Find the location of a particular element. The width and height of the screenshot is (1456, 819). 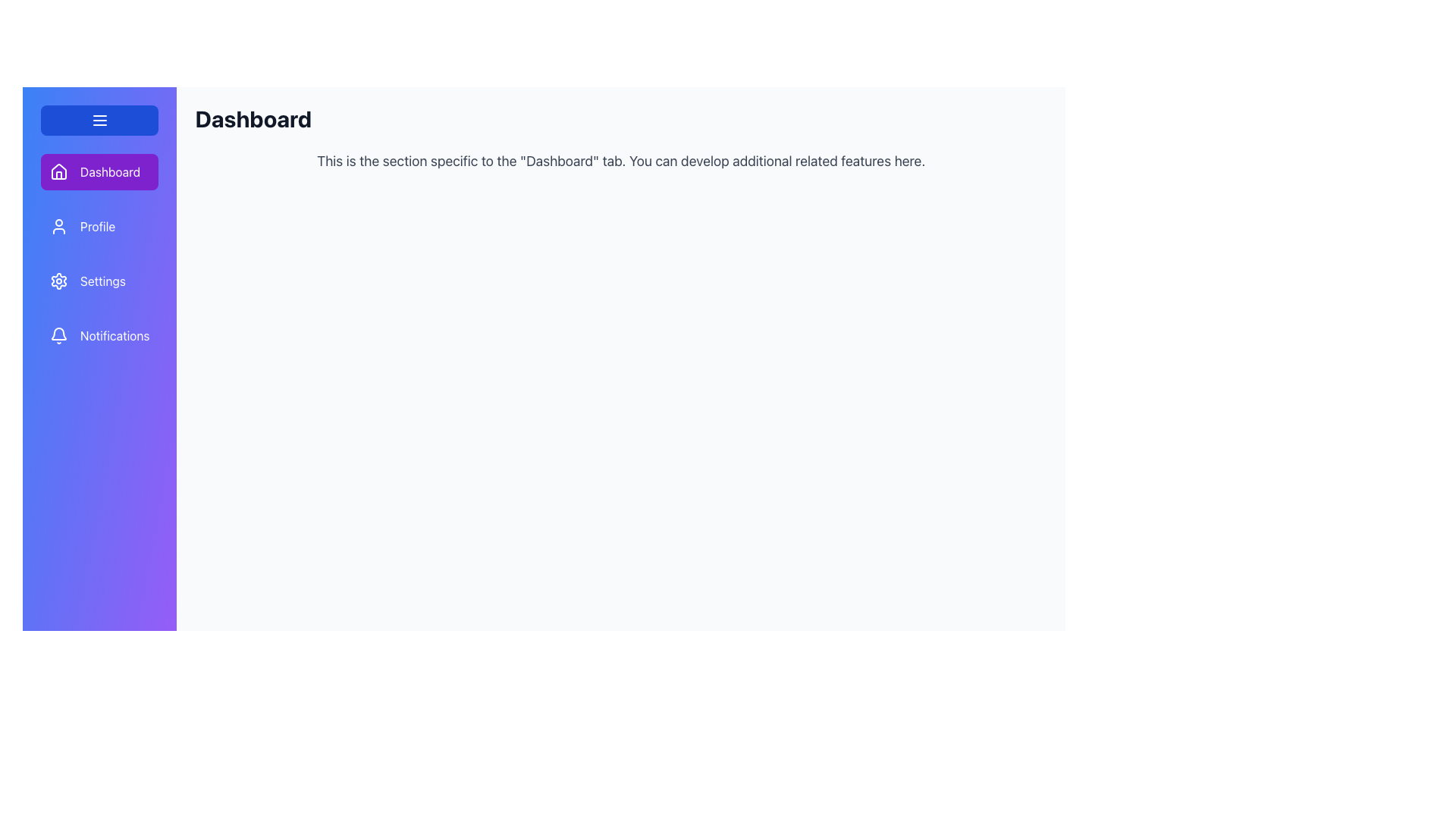

the notification icon located on the left sidebar, directly to the left of the 'Notifications' text label is located at coordinates (58, 335).